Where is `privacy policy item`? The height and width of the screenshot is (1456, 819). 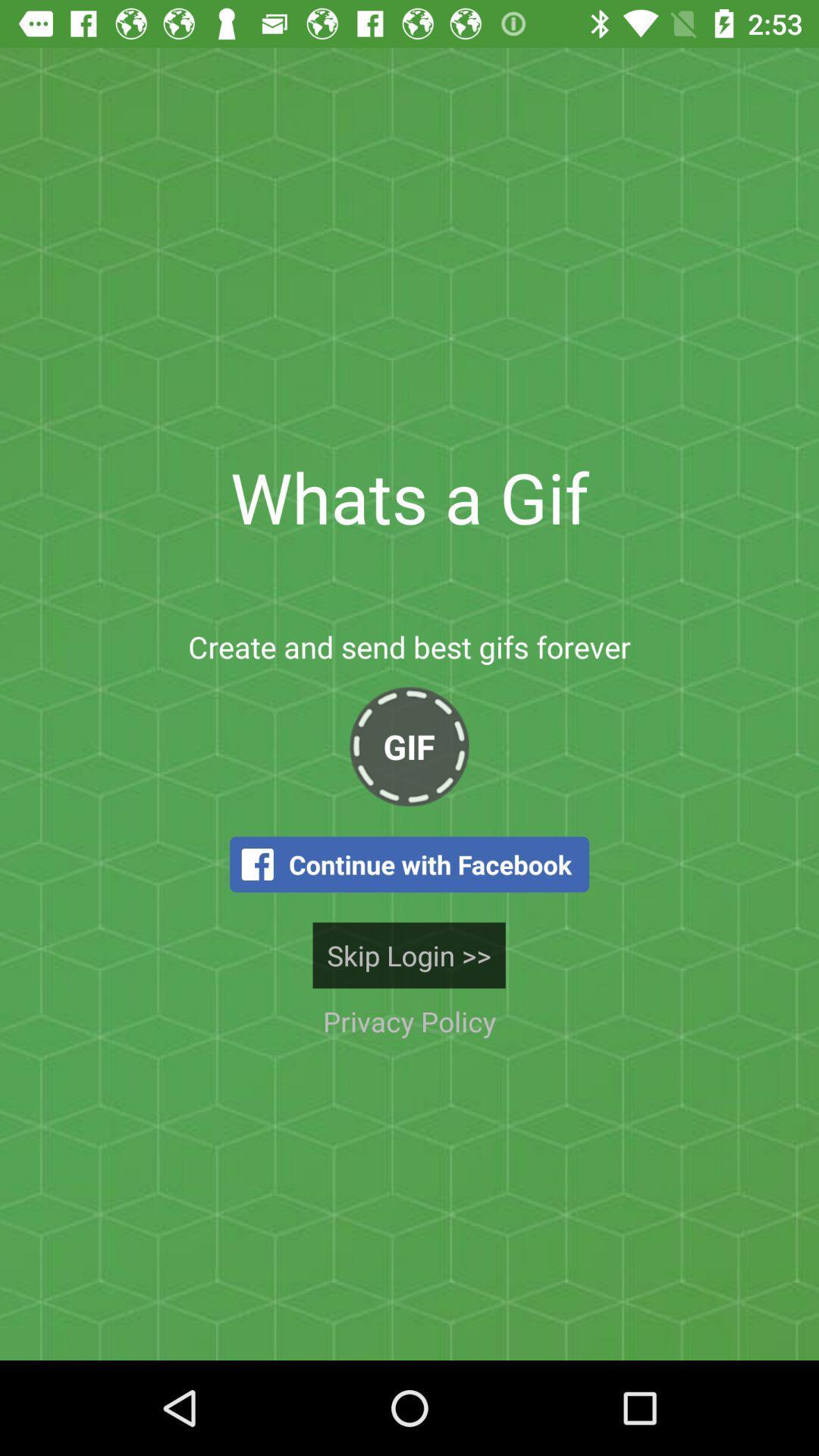
privacy policy item is located at coordinates (409, 1021).